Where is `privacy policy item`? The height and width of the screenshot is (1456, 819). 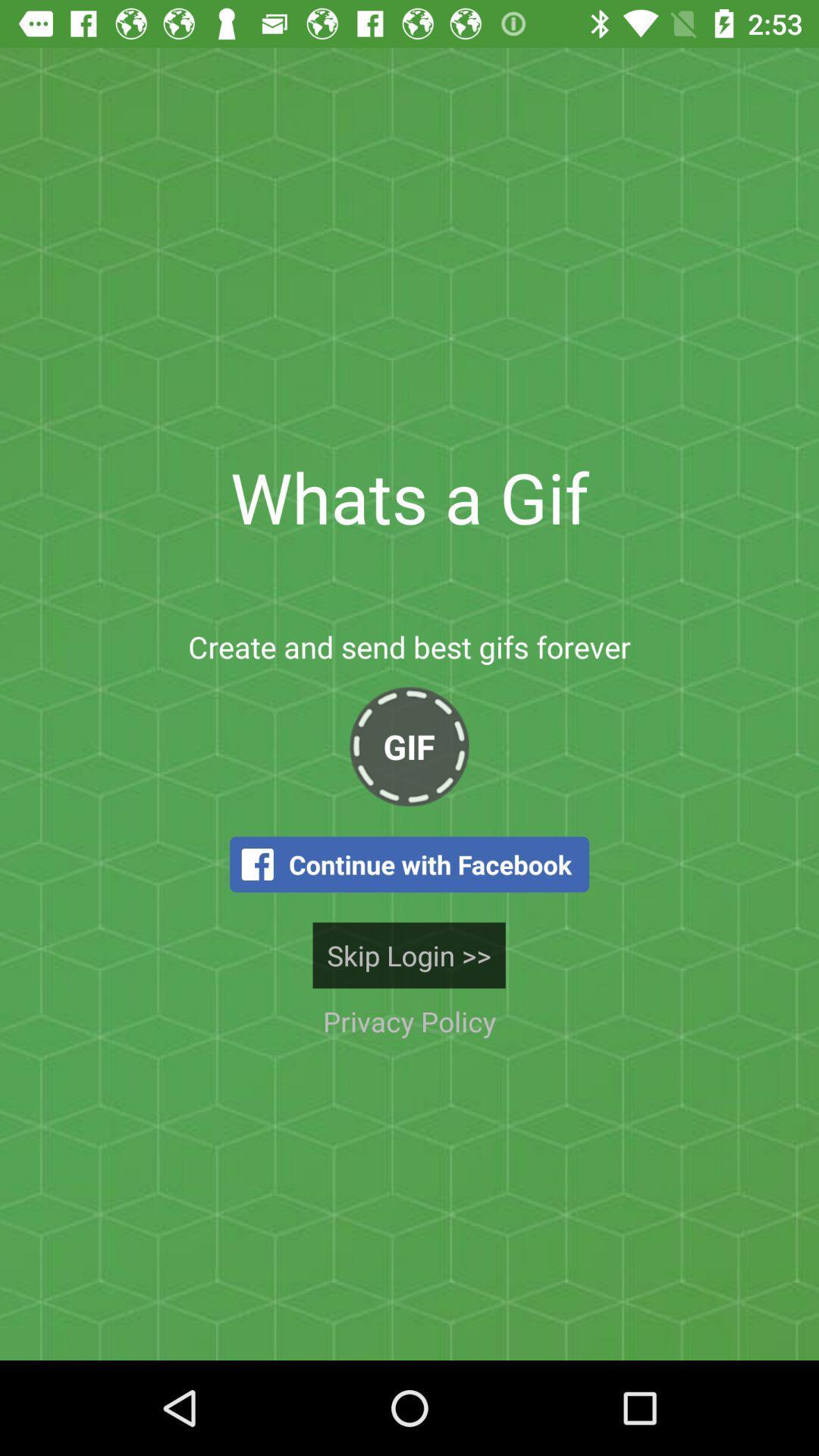
privacy policy item is located at coordinates (409, 1021).